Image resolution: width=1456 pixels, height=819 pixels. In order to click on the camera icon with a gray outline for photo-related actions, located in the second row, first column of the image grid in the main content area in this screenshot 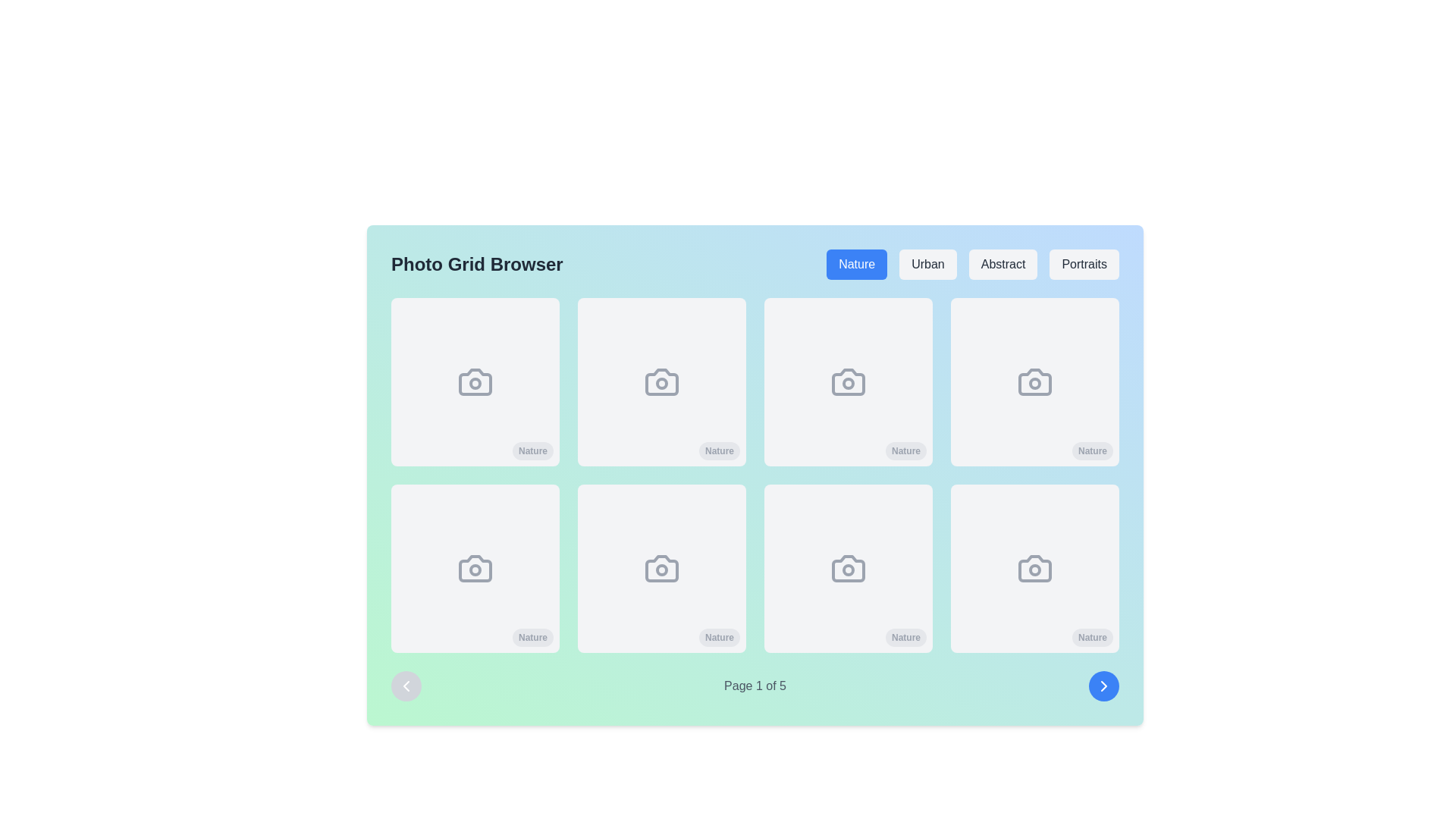, I will do `click(475, 568)`.